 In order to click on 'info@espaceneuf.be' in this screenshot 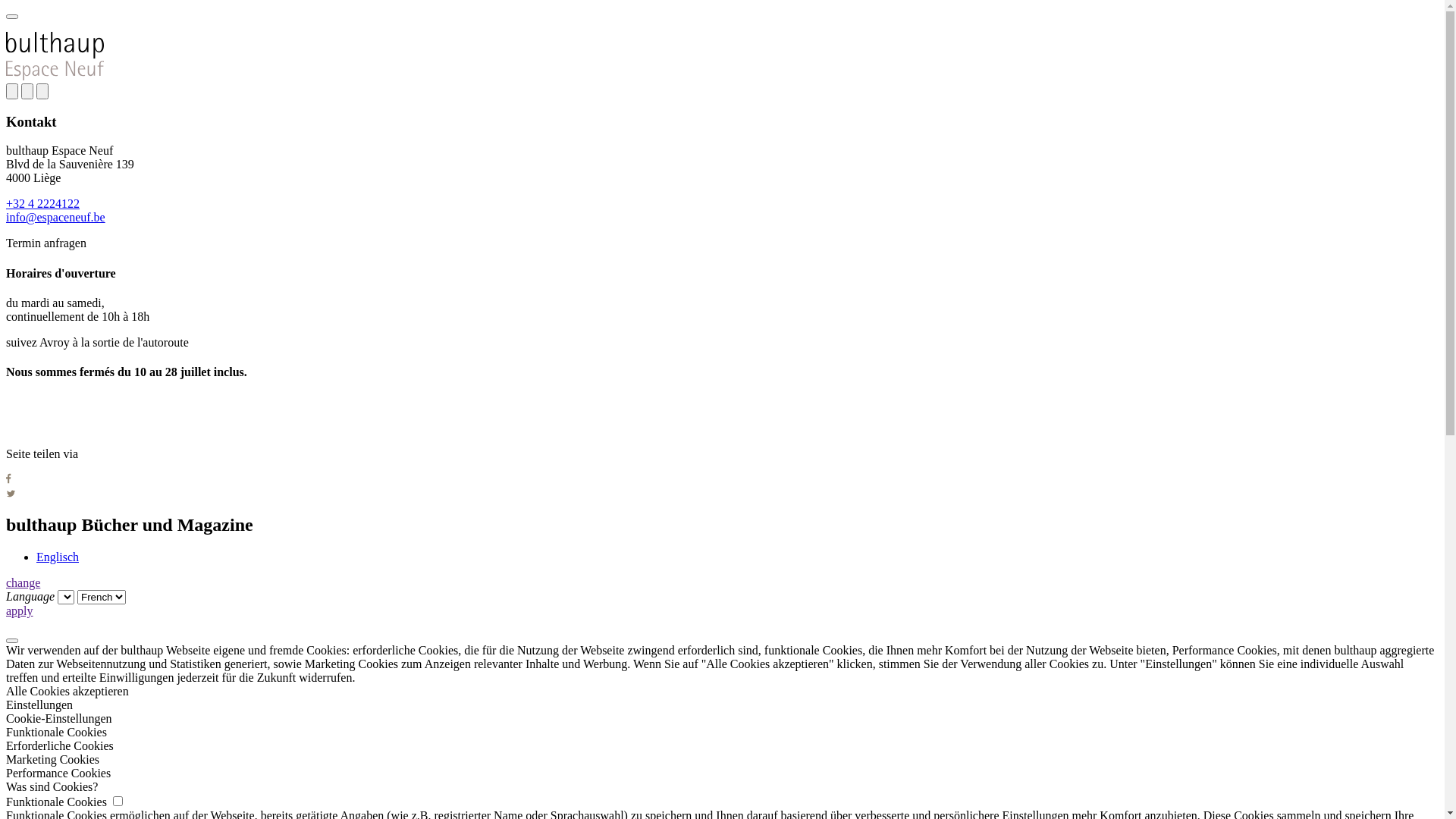, I will do `click(55, 217)`.